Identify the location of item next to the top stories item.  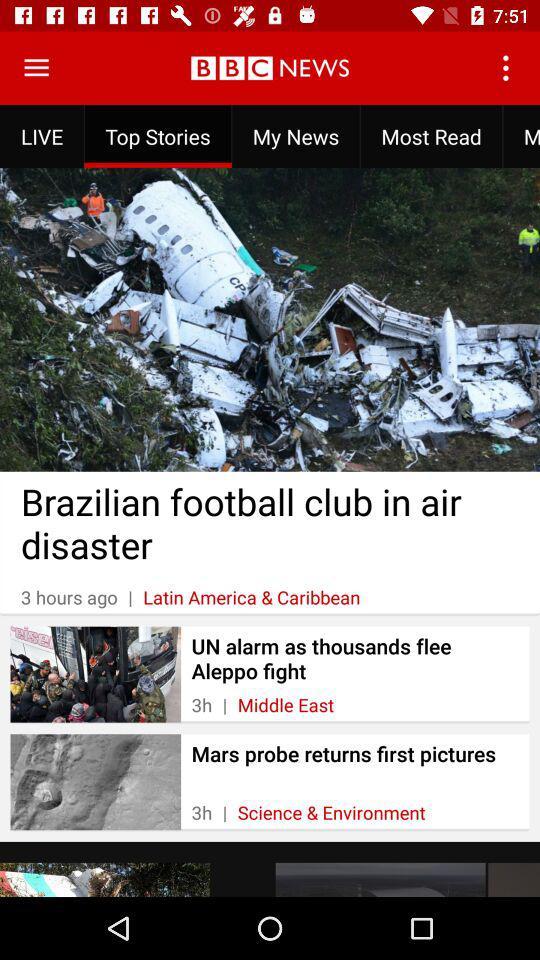
(36, 68).